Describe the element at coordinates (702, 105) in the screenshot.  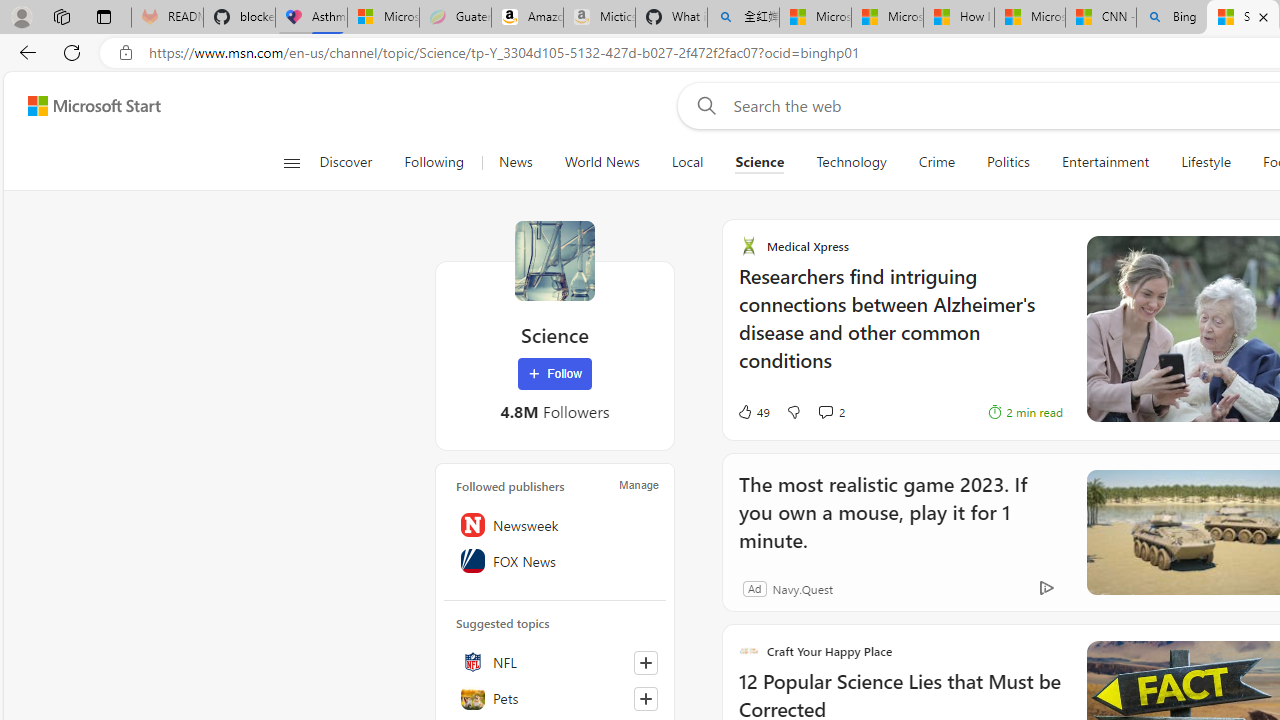
I see `'Web search'` at that location.